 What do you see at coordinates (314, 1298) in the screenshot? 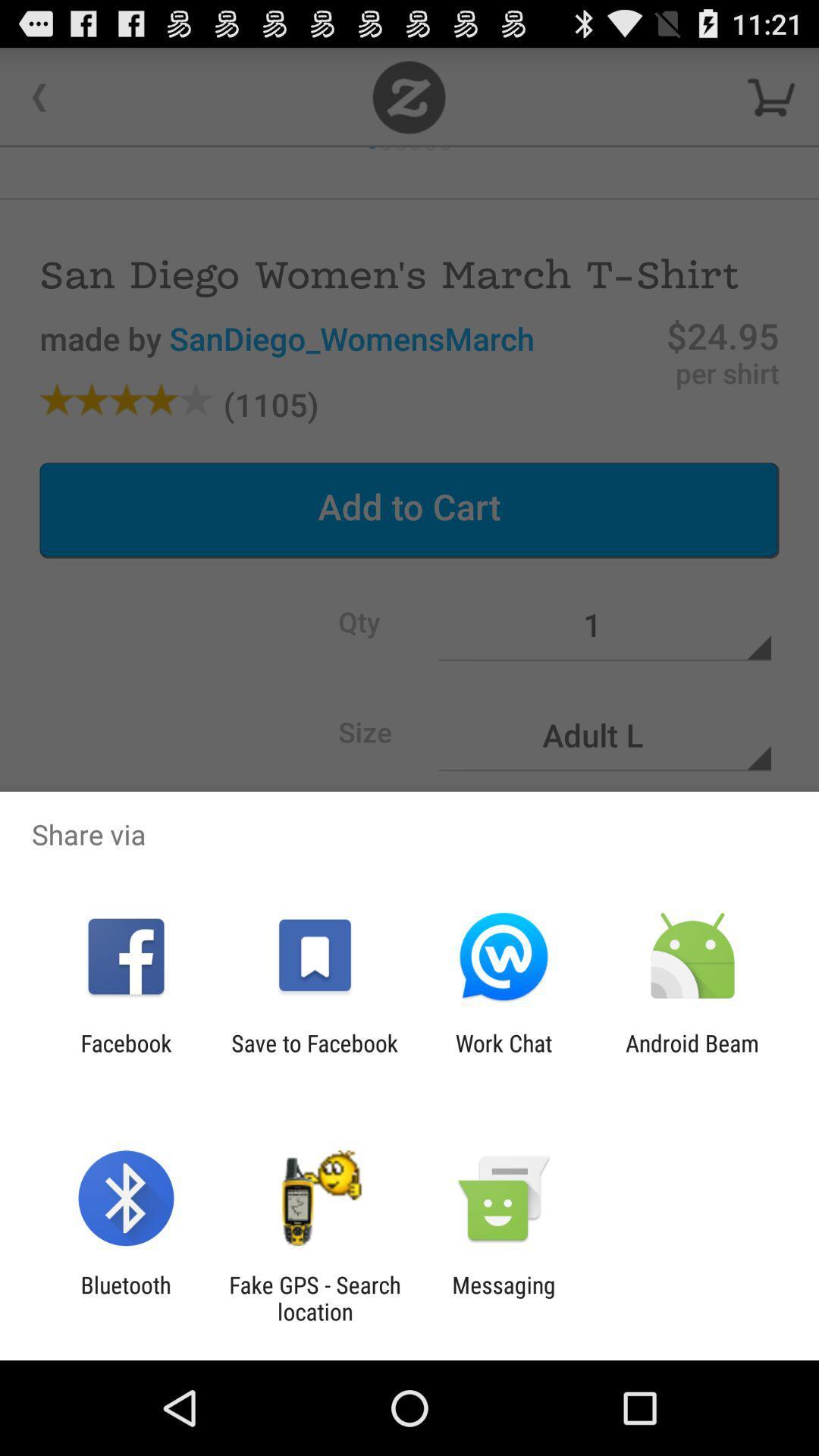
I see `icon next to bluetooth icon` at bounding box center [314, 1298].